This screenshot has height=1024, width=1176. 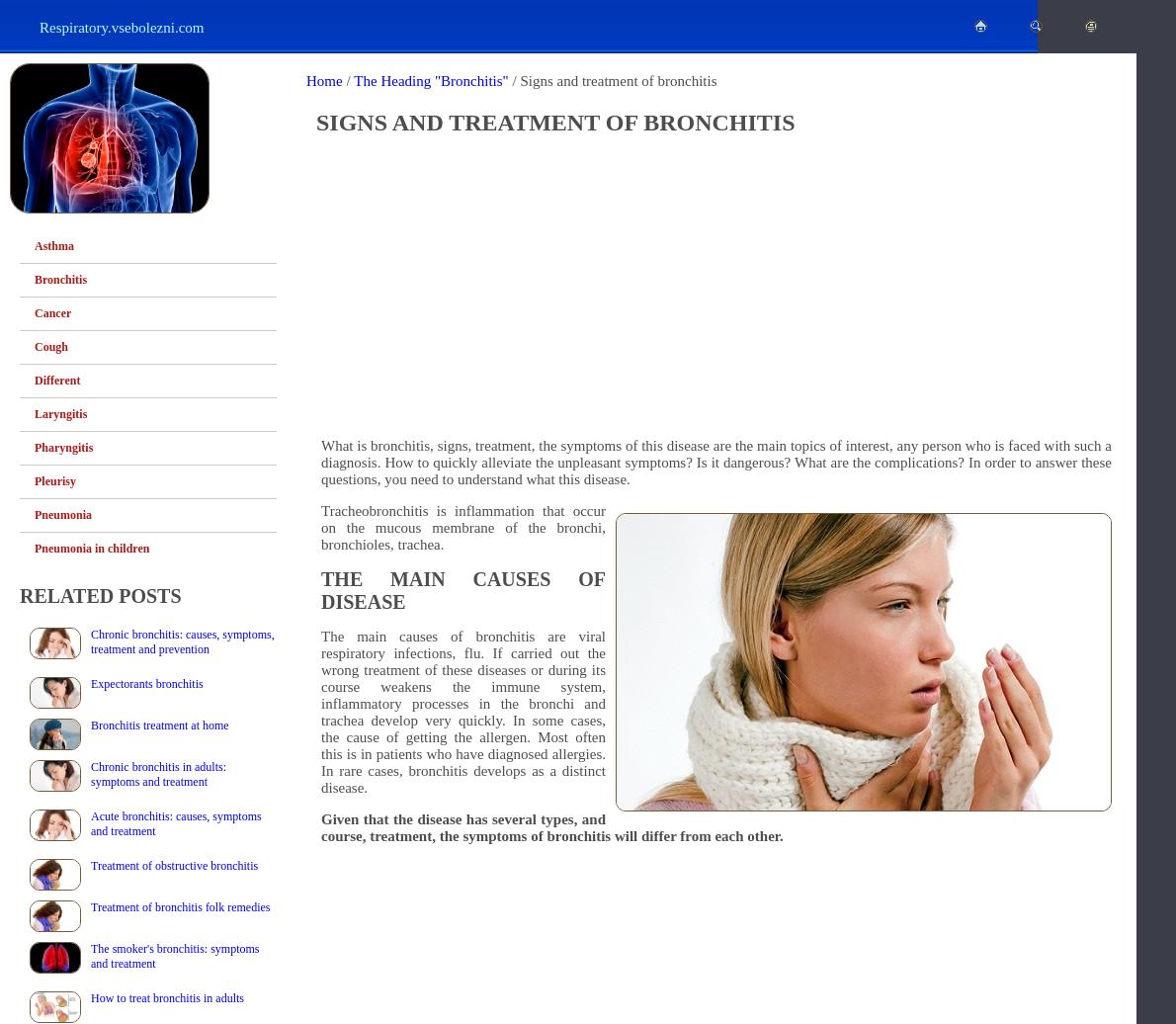 What do you see at coordinates (173, 956) in the screenshot?
I see `'The smoker's bronchitis: symptoms and treatment'` at bounding box center [173, 956].